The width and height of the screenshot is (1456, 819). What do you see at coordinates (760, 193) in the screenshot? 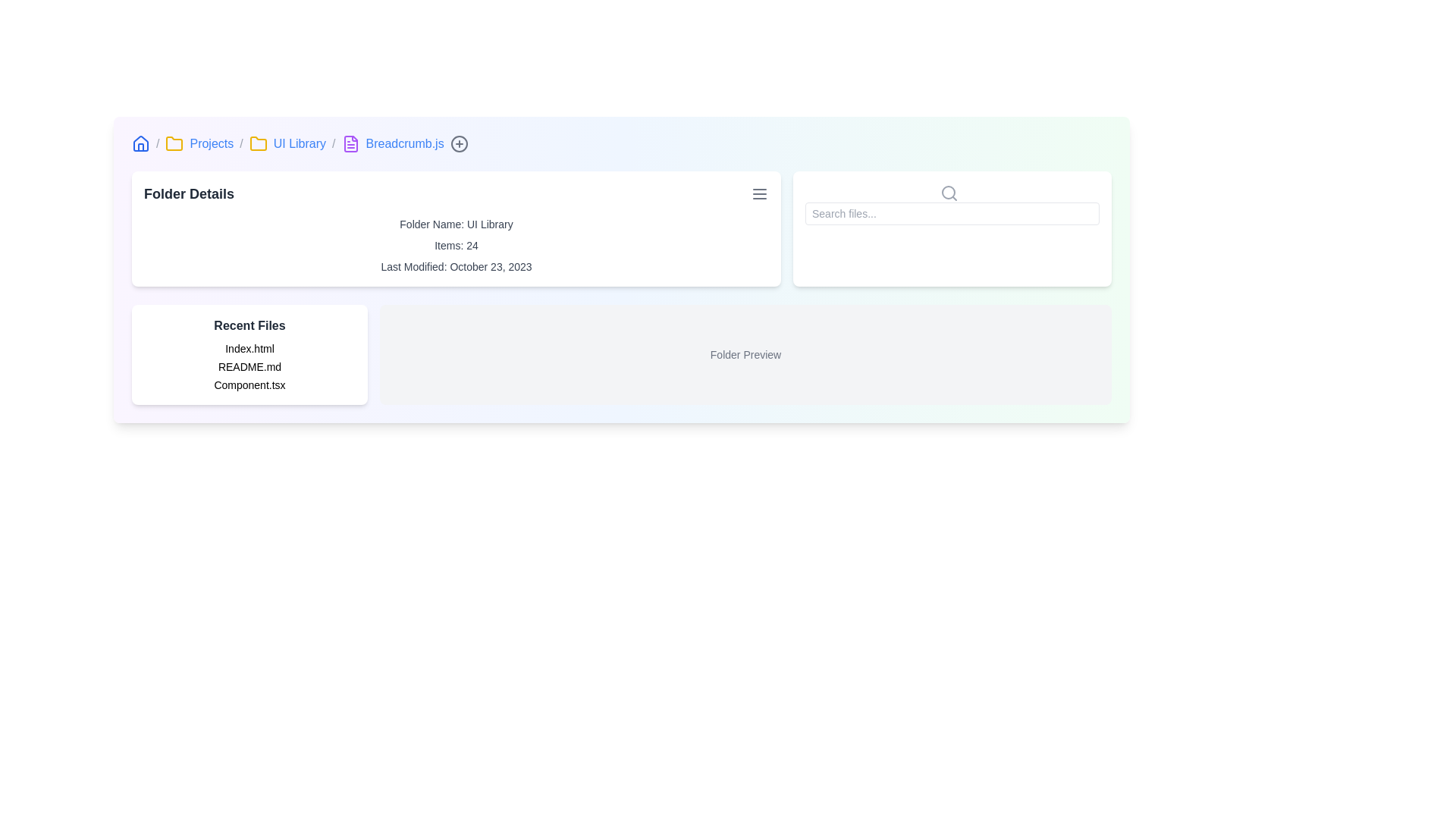
I see `the icon button that resembles a hamburger menu, which is gray and positioned to the far right of the 'Folder Details' header` at bounding box center [760, 193].